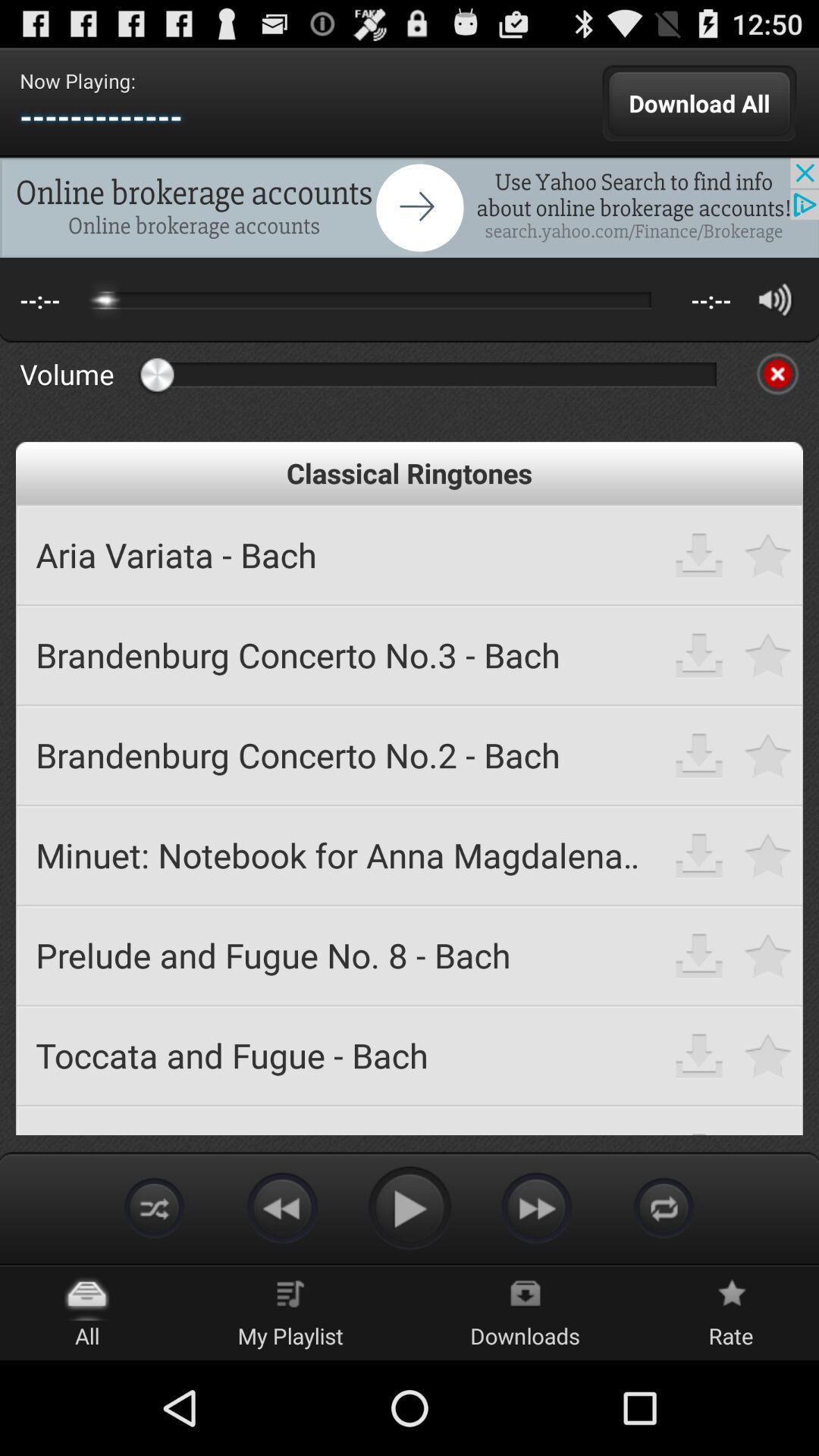 The height and width of the screenshot is (1456, 819). What do you see at coordinates (775, 300) in the screenshot?
I see `adjust volume` at bounding box center [775, 300].